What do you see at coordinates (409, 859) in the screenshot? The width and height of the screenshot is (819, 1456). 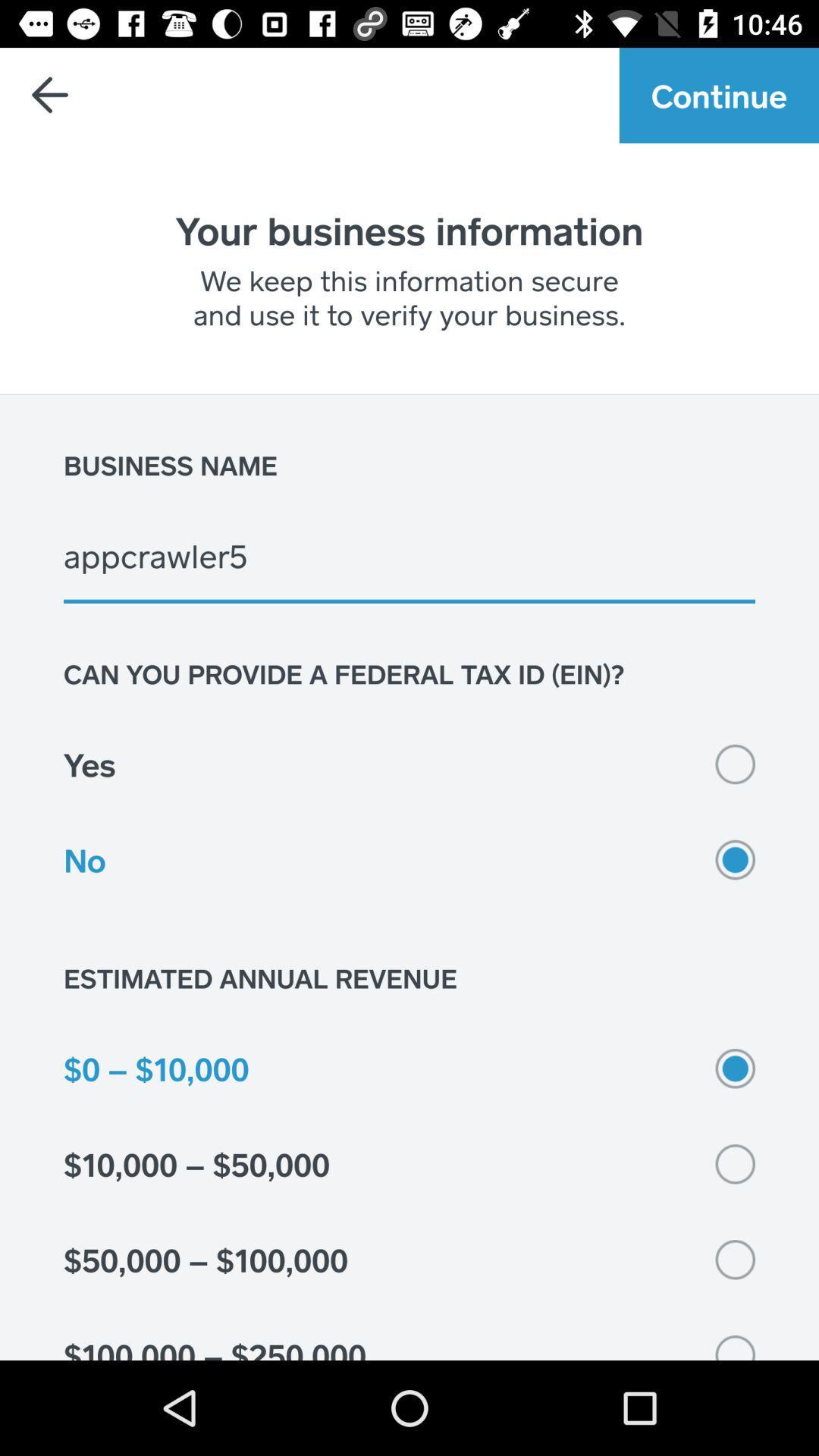 I see `no icon` at bounding box center [409, 859].